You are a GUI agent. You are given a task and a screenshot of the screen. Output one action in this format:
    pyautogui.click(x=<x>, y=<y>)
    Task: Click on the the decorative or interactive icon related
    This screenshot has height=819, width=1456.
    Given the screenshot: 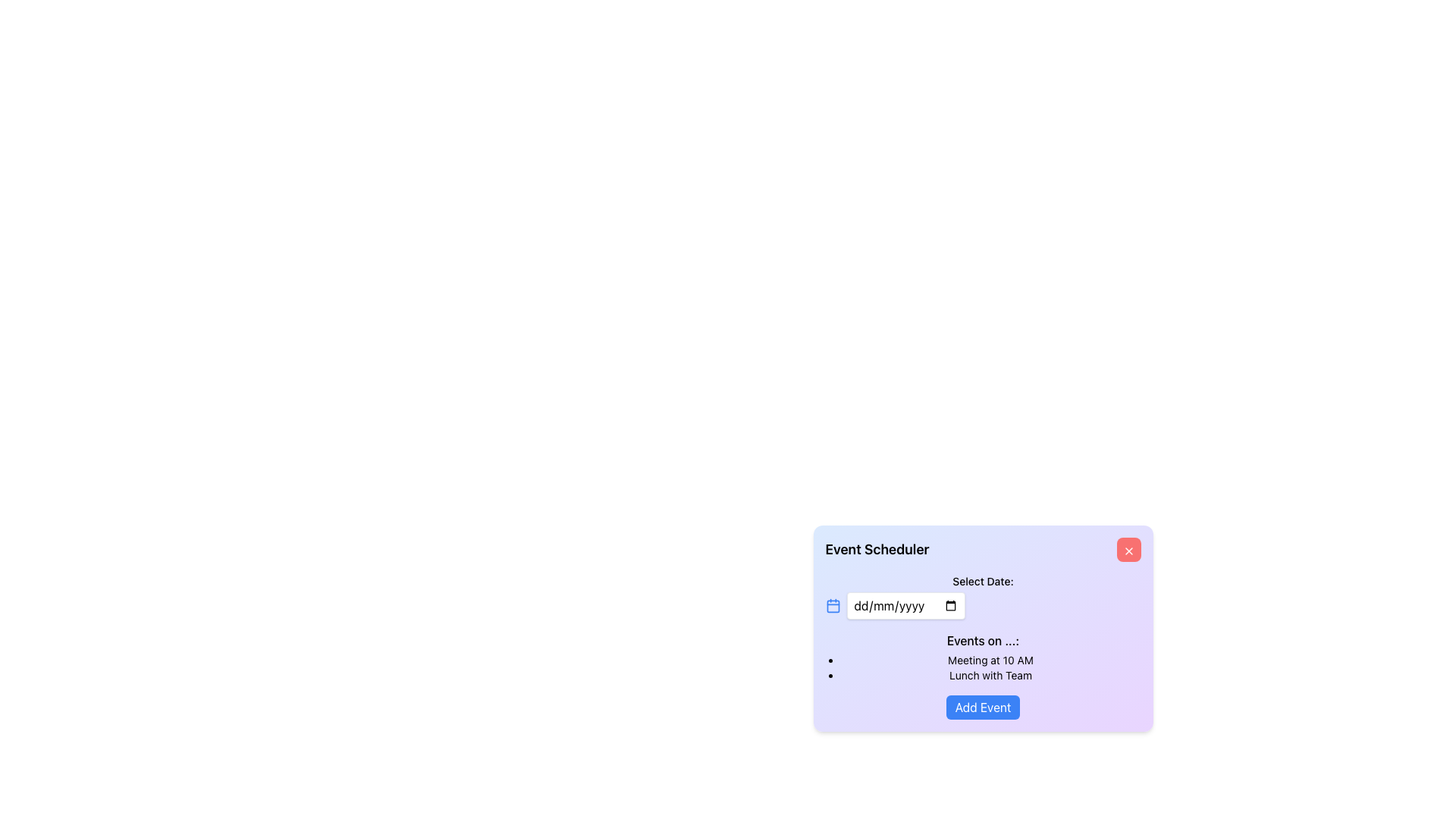 What is the action you would take?
    pyautogui.click(x=832, y=604)
    